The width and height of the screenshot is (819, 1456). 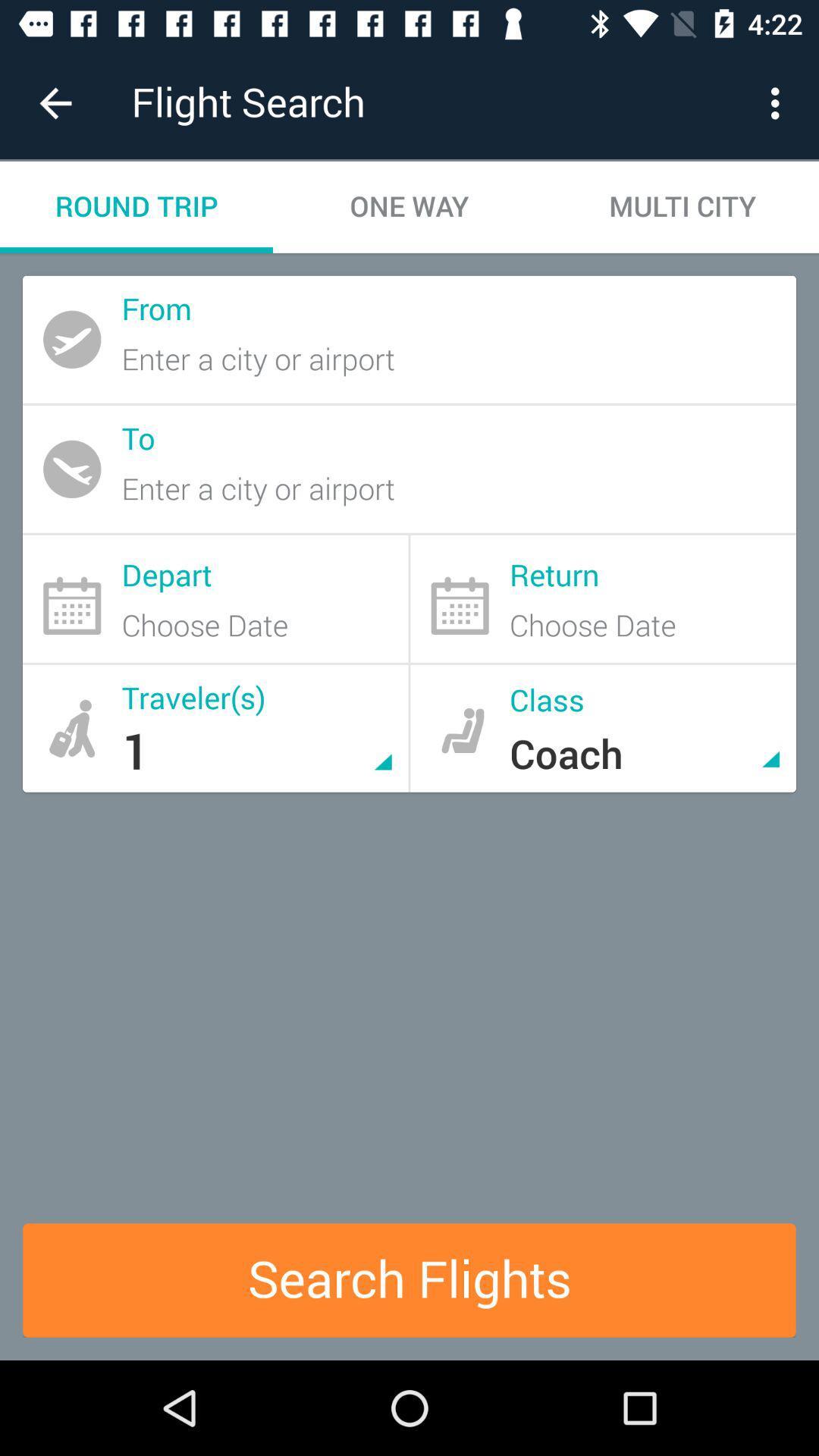 I want to click on item to the right of the one way icon, so click(x=779, y=102).